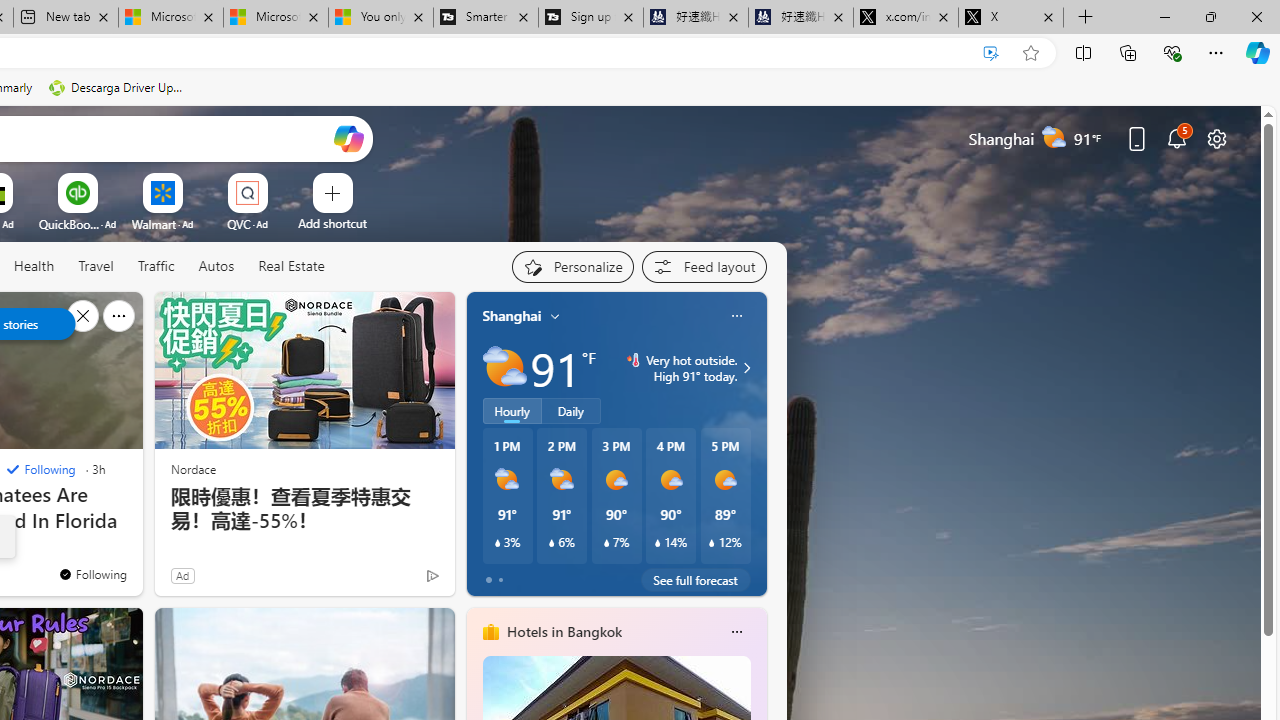 The image size is (1280, 720). I want to click on 'Traffic', so click(155, 266).